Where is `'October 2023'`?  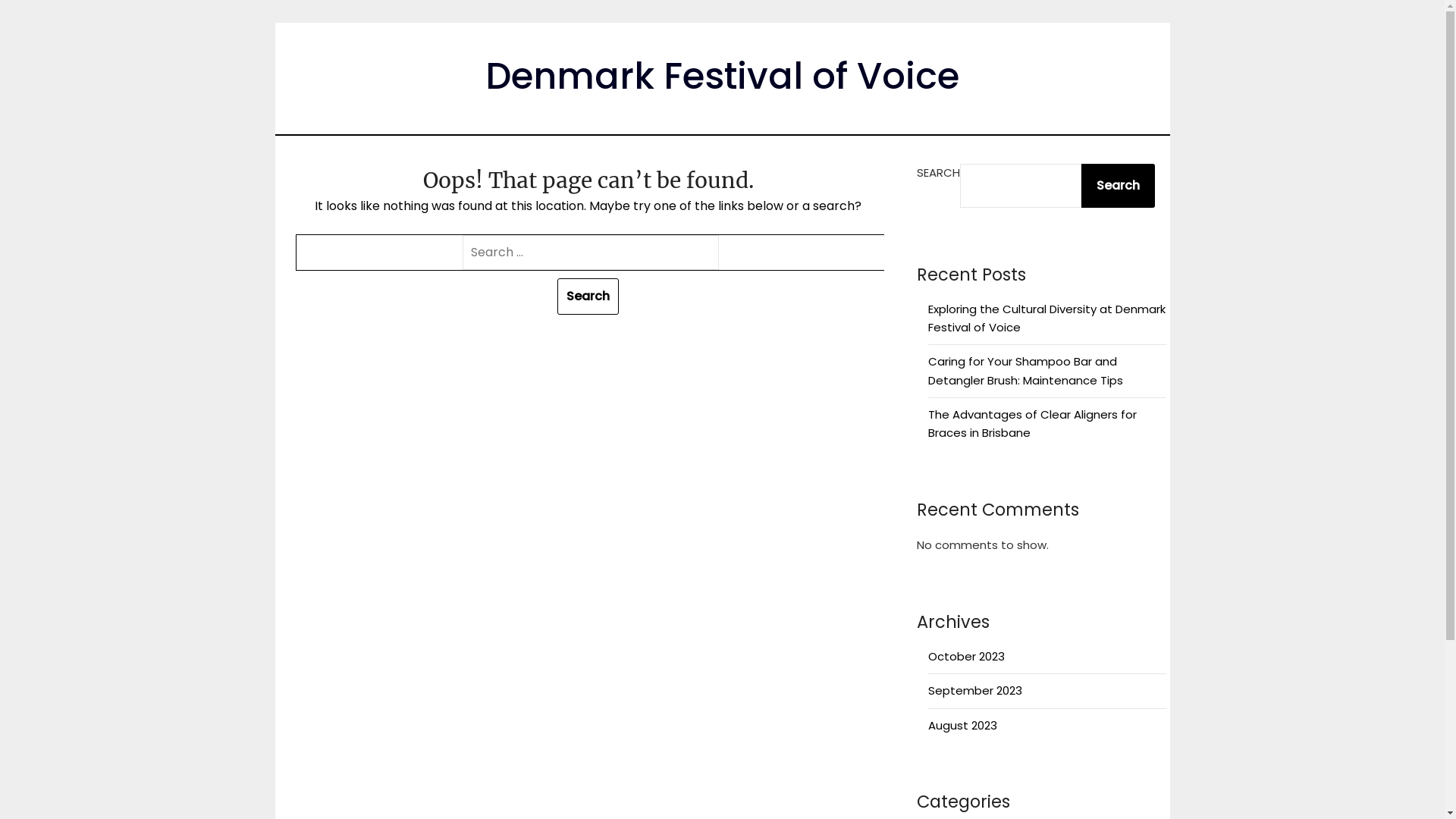 'October 2023' is located at coordinates (965, 655).